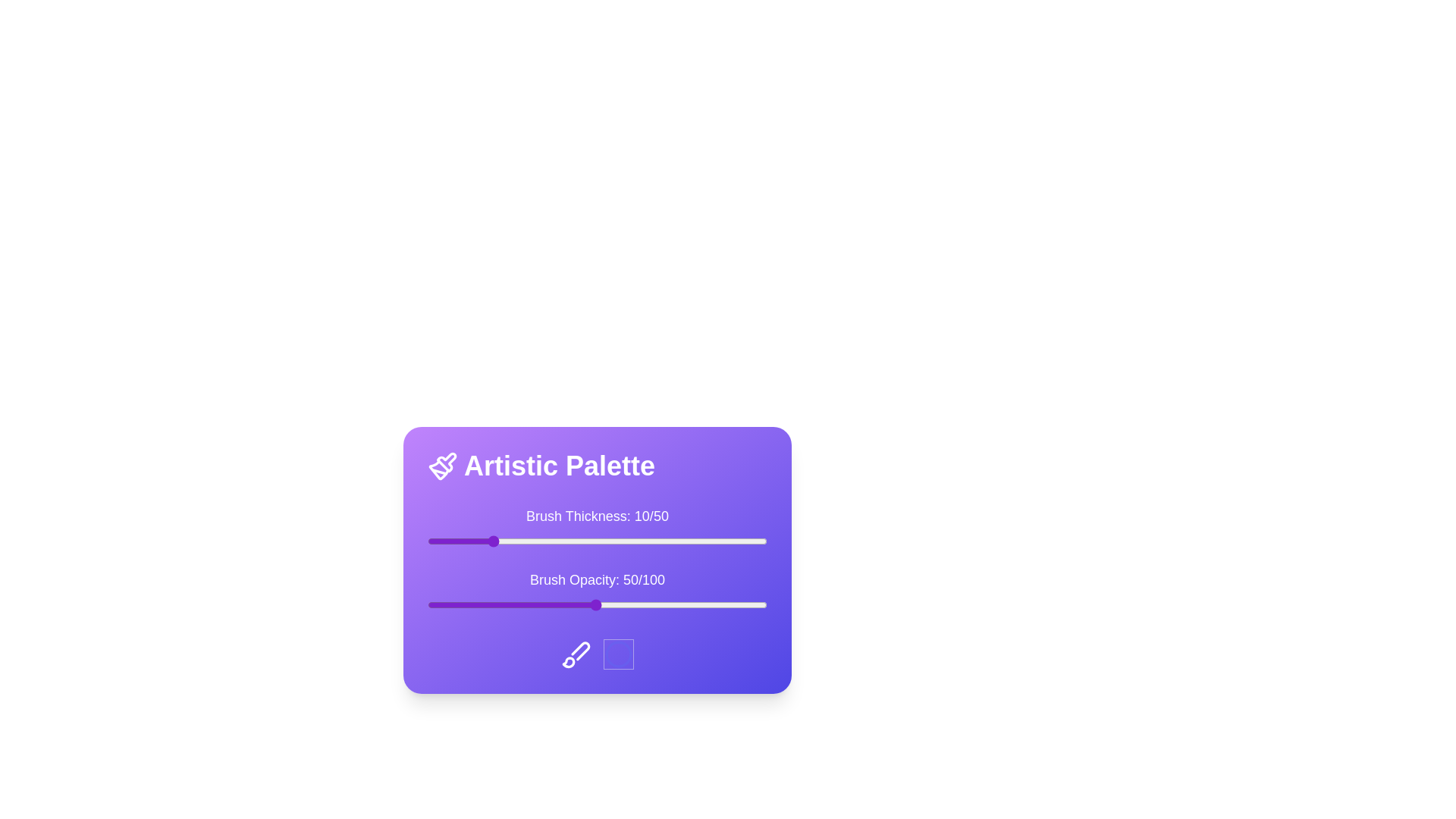 Image resolution: width=1456 pixels, height=819 pixels. I want to click on the text 'Artistic Palette' located at its center, so click(596, 465).